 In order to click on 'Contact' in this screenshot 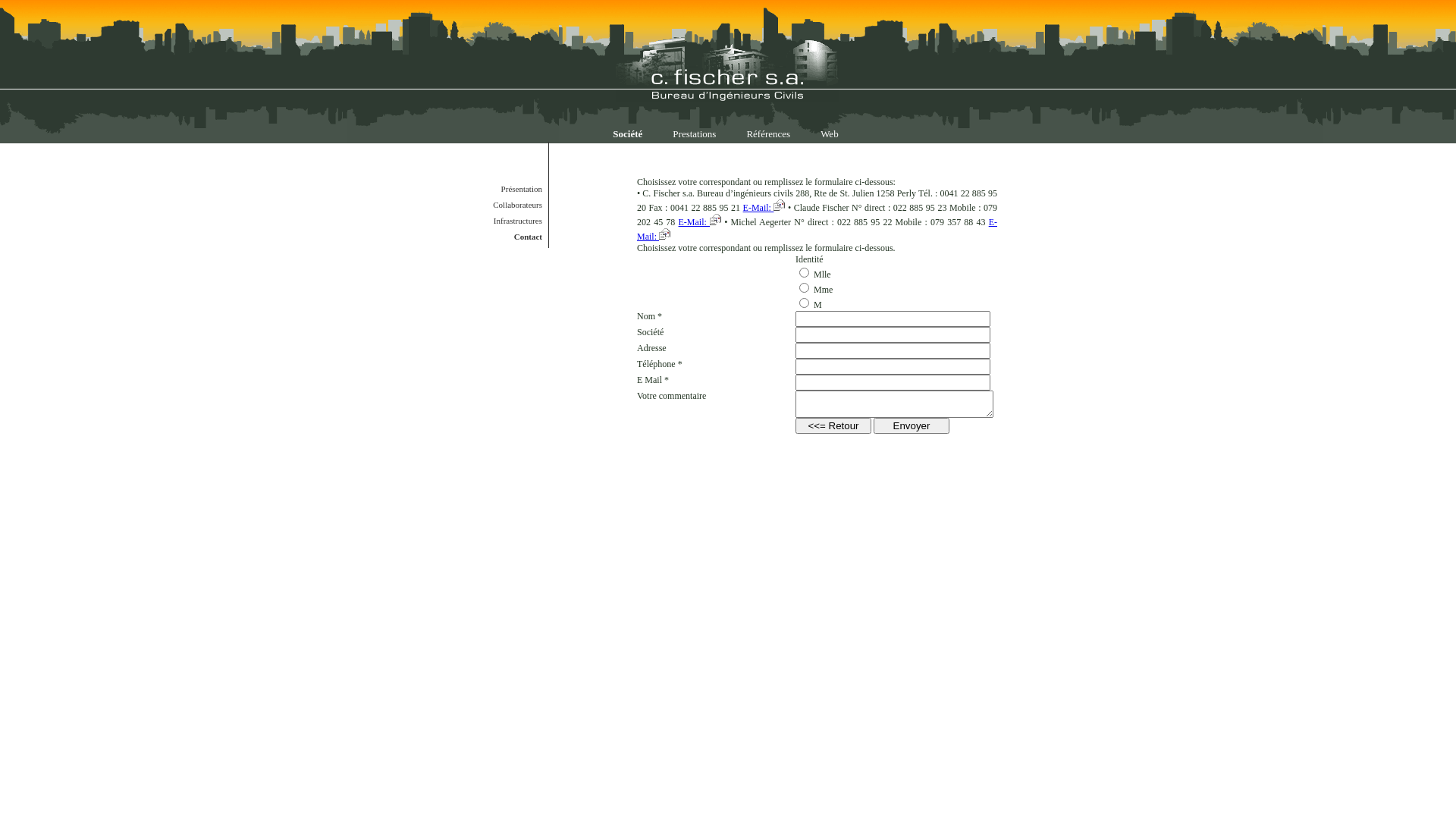, I will do `click(500, 237)`.